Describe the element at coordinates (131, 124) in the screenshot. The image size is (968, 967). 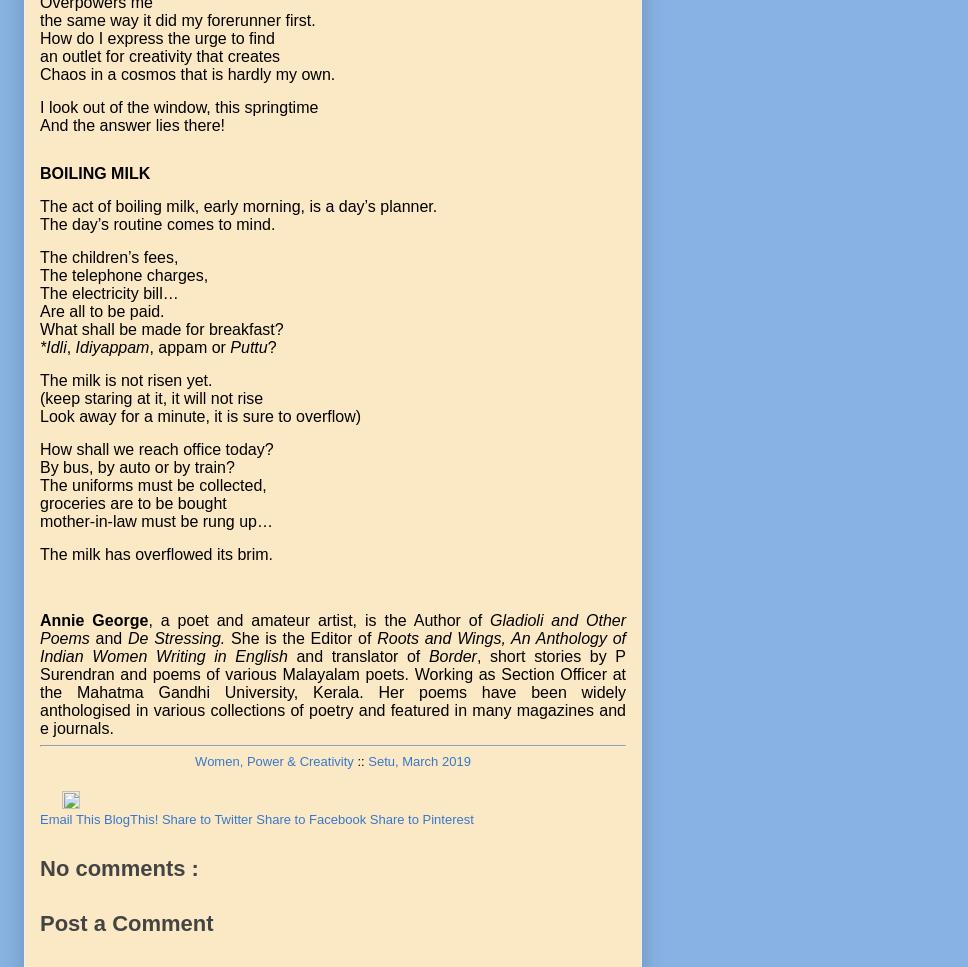
I see `'And the answer lies there!'` at that location.